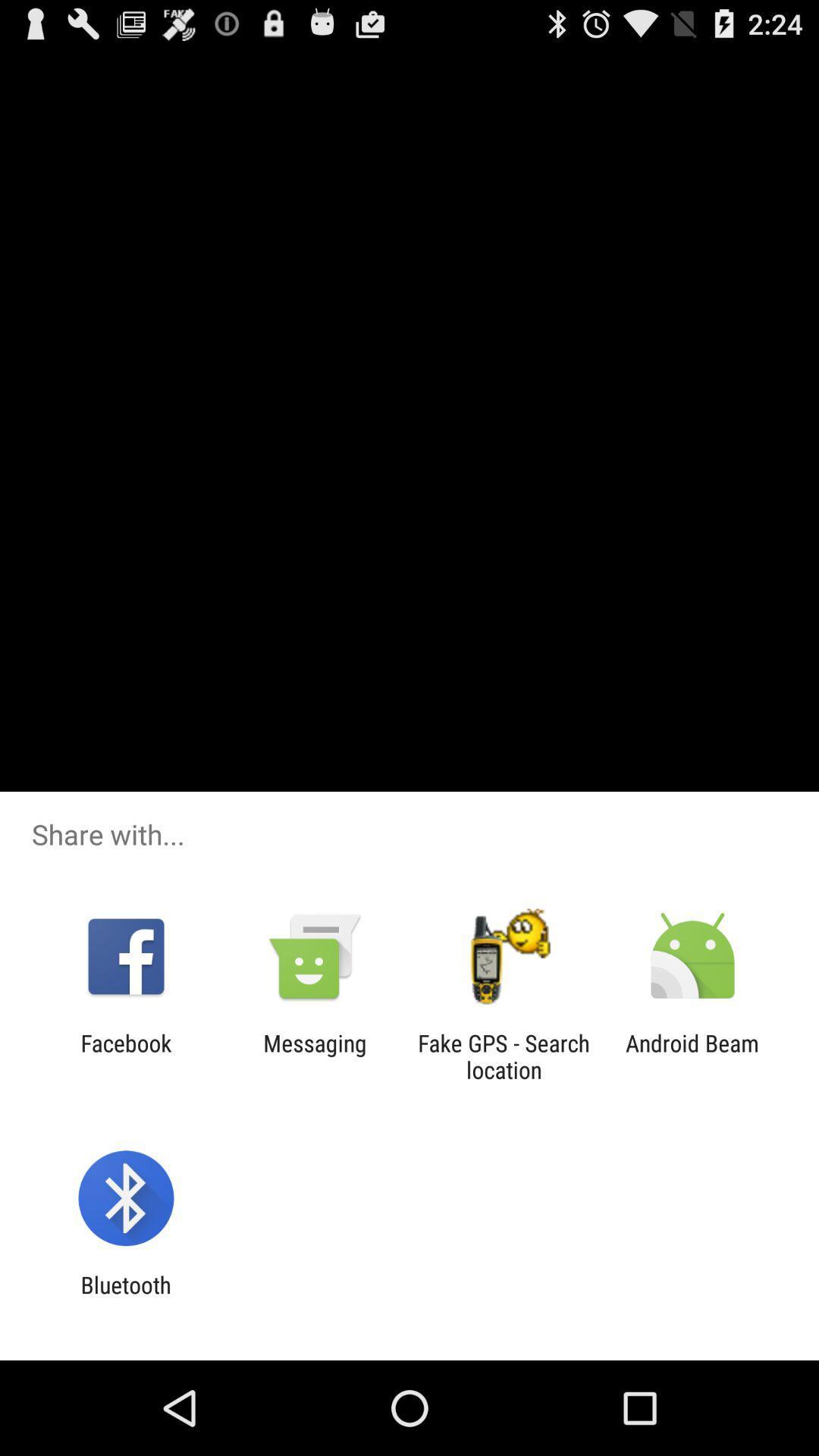 This screenshot has width=819, height=1456. Describe the element at coordinates (314, 1056) in the screenshot. I see `the icon next to facebook` at that location.